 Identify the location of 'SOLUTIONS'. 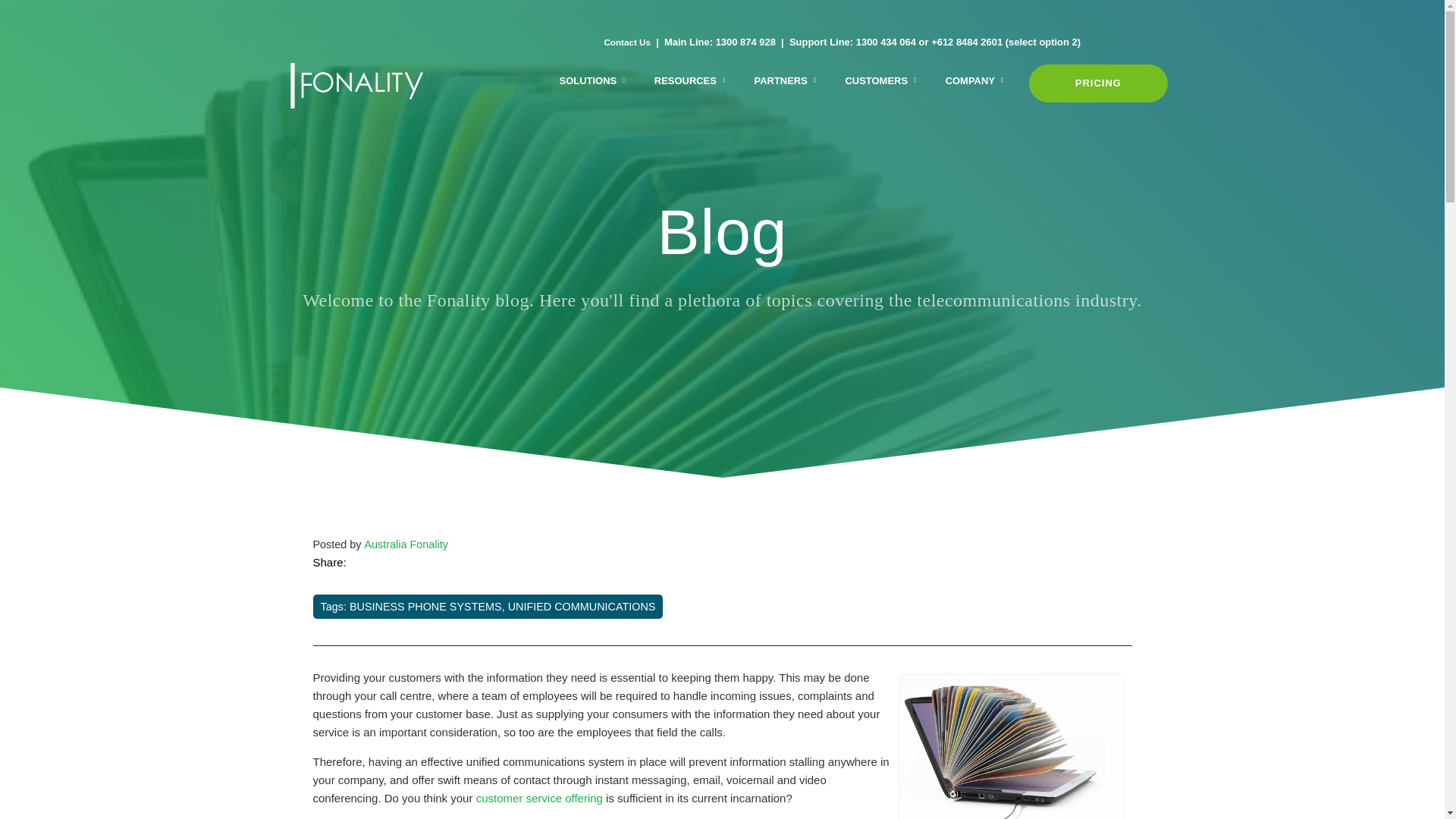
(591, 82).